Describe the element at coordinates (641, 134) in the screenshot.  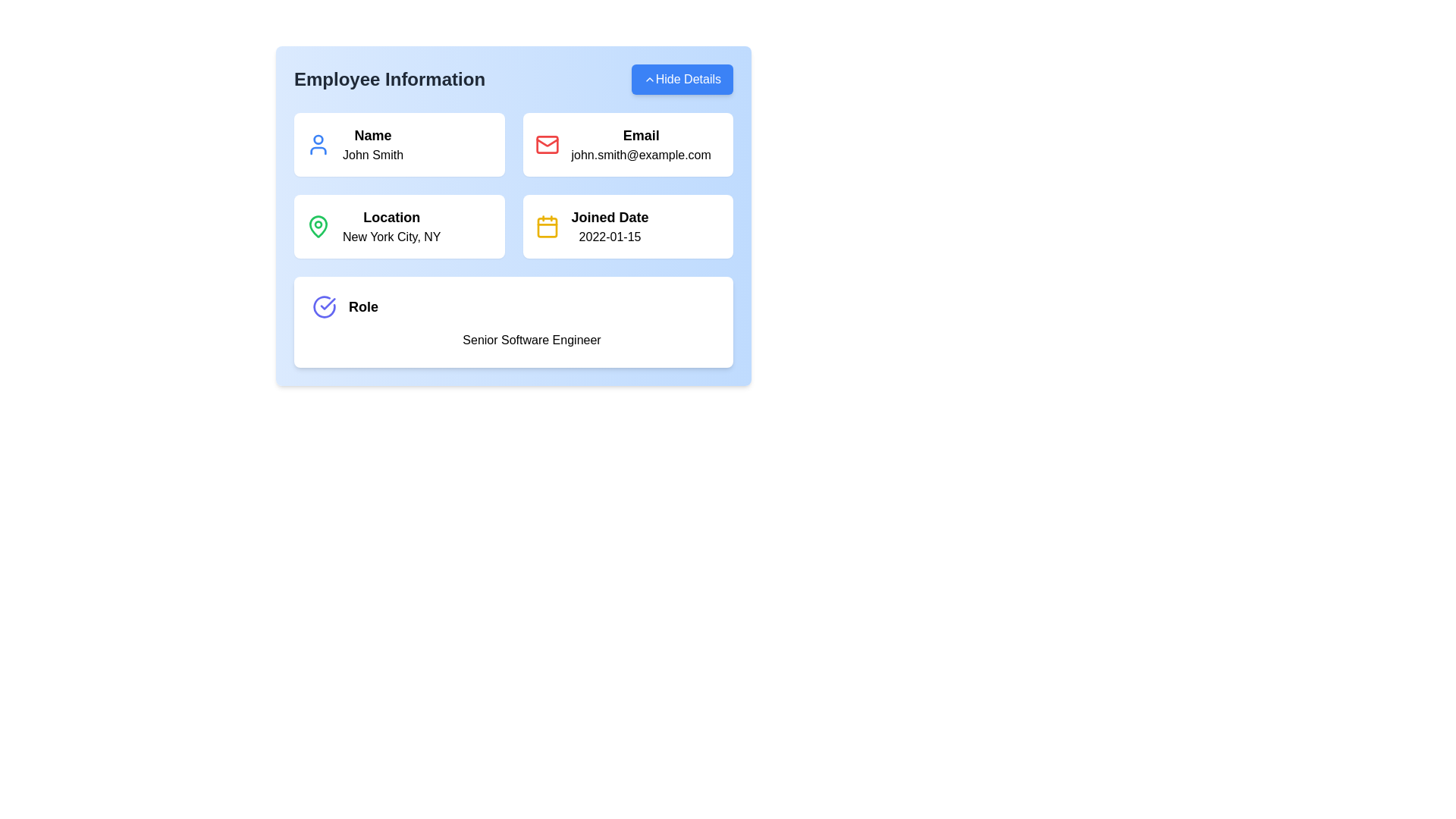
I see `the text label displaying 'Email', which is bold and slightly larger, located in the top-right section above the email address 'john.smith@example.com'` at that location.